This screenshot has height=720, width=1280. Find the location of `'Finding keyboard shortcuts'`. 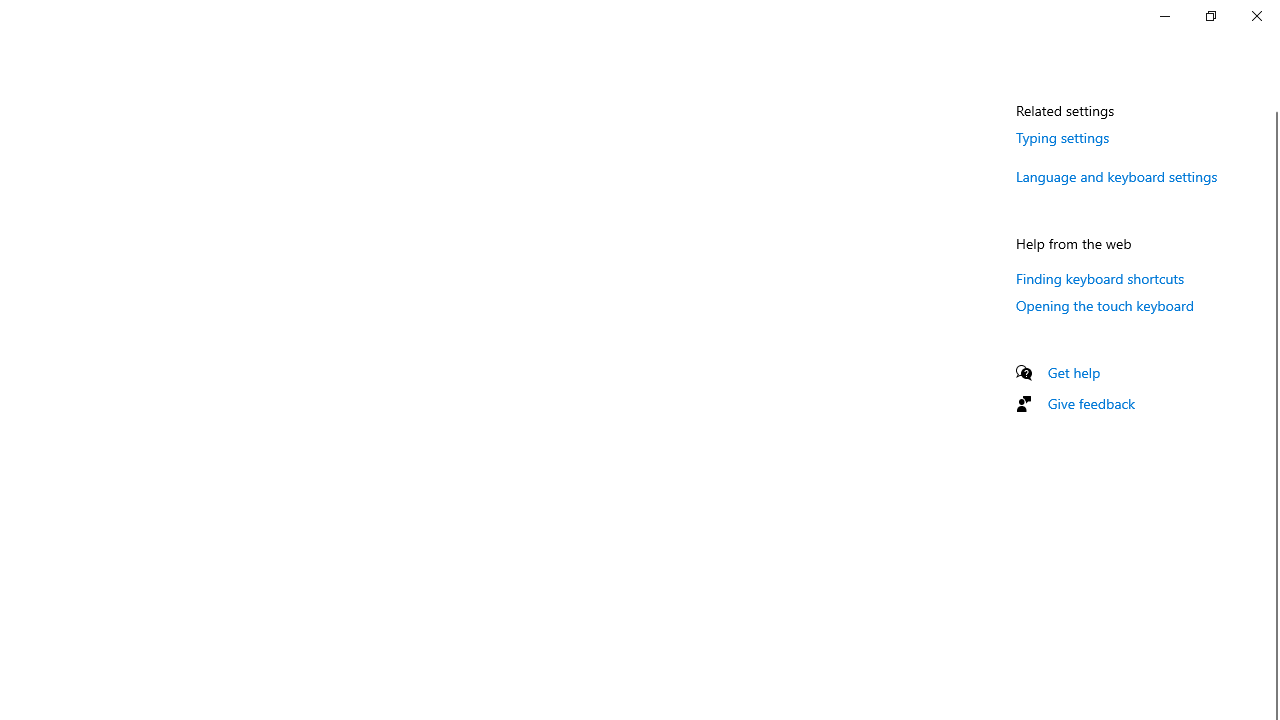

'Finding keyboard shortcuts' is located at coordinates (1099, 278).